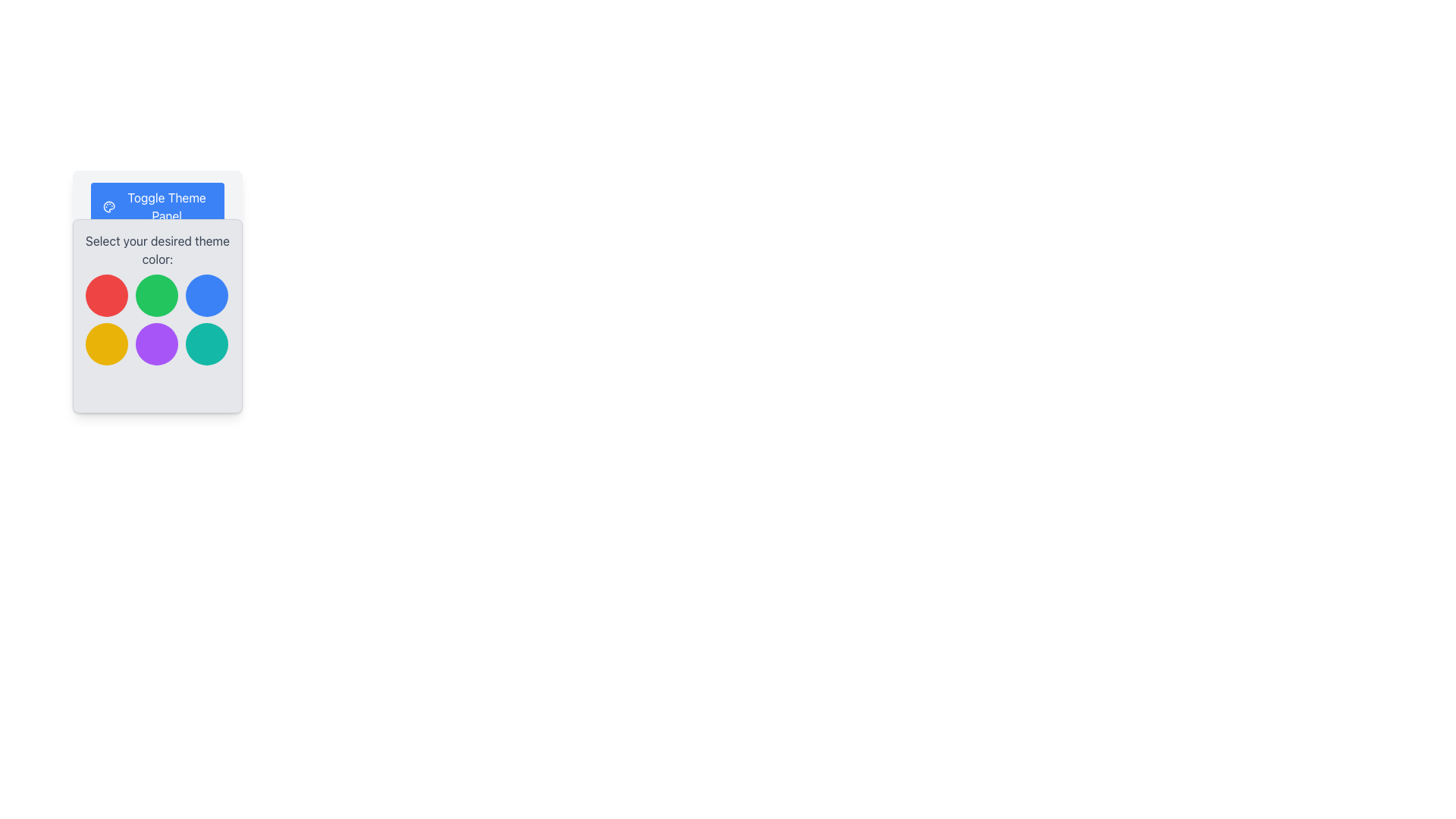 The width and height of the screenshot is (1456, 819). What do you see at coordinates (108, 207) in the screenshot?
I see `the painter's palette icon located to the left of the 'Toggle Theme Panel' button for accessibility purposes` at bounding box center [108, 207].